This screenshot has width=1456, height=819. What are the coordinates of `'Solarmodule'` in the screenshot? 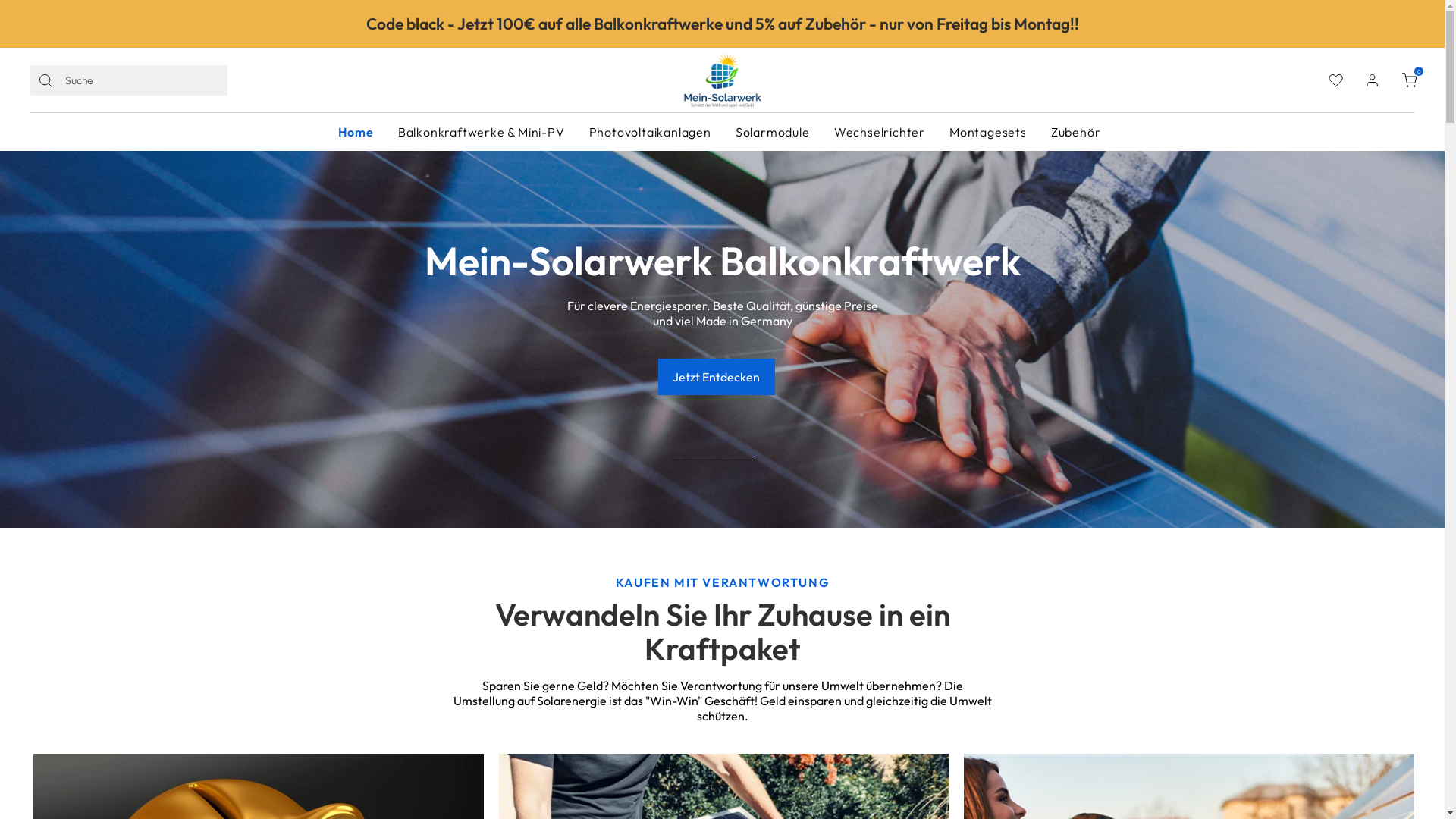 It's located at (772, 130).